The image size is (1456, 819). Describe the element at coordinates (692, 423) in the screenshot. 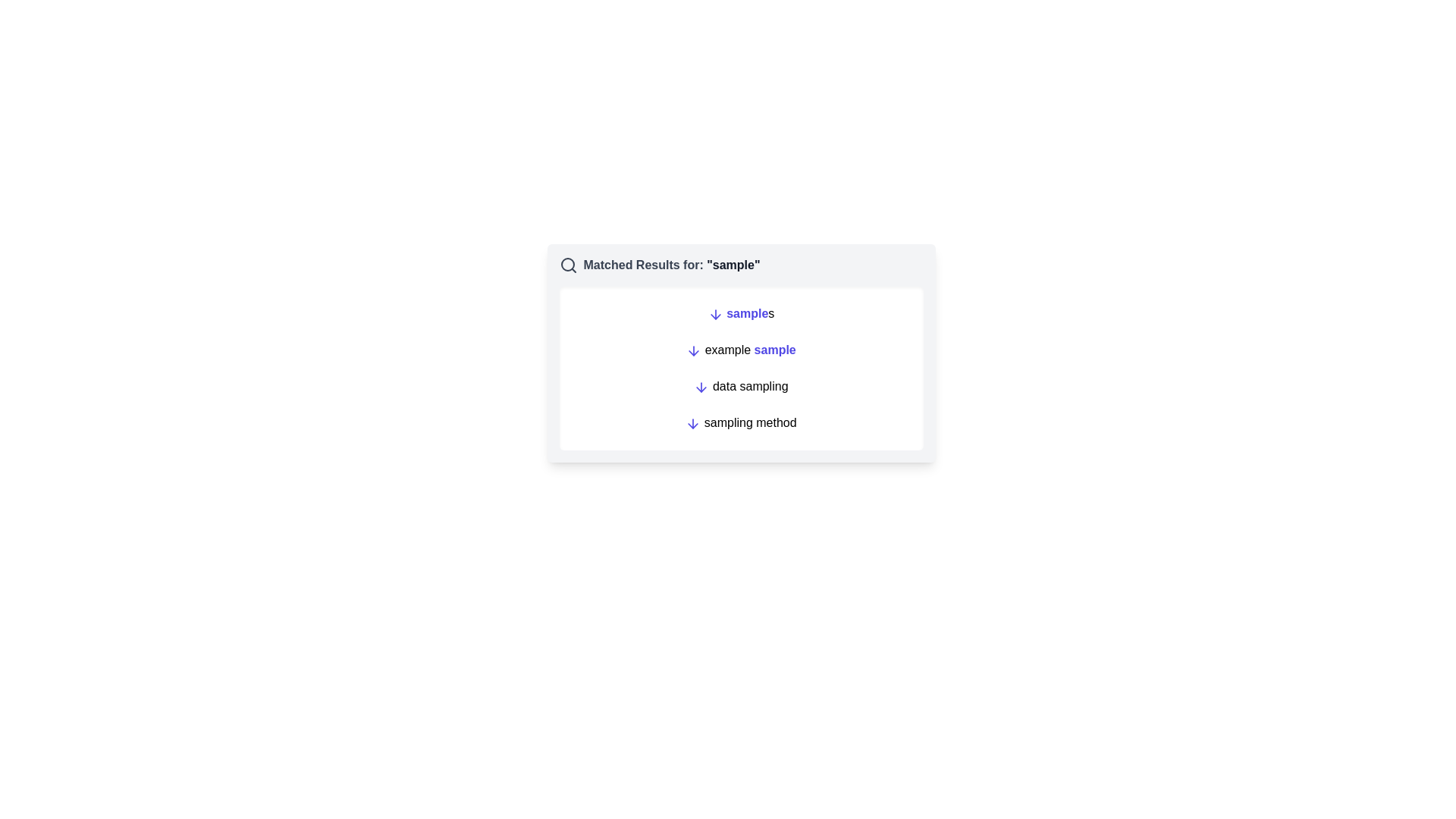

I see `the icon located to the left of the 'sampling method' text` at that location.